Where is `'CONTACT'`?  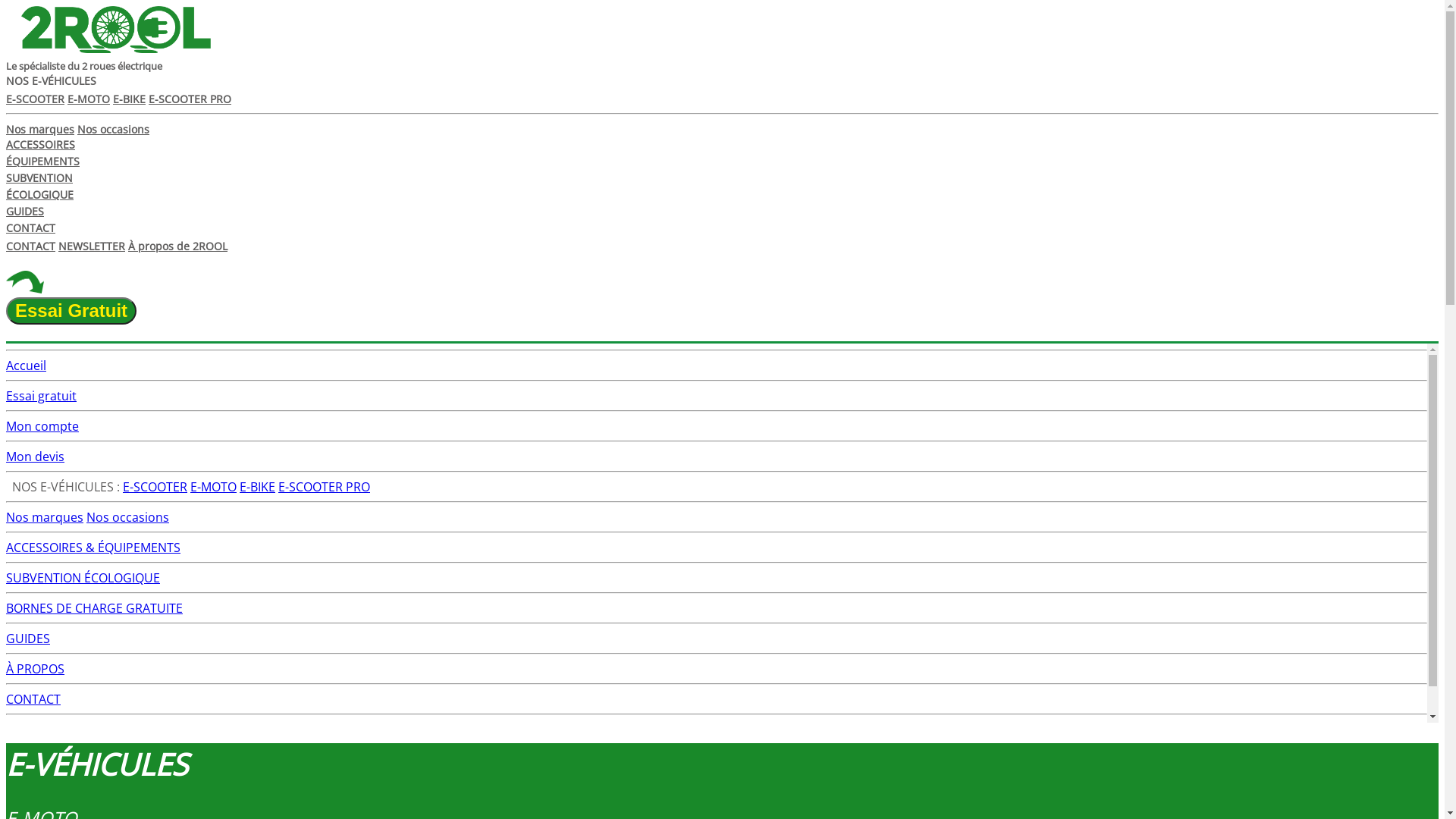
'CONTACT' is located at coordinates (30, 245).